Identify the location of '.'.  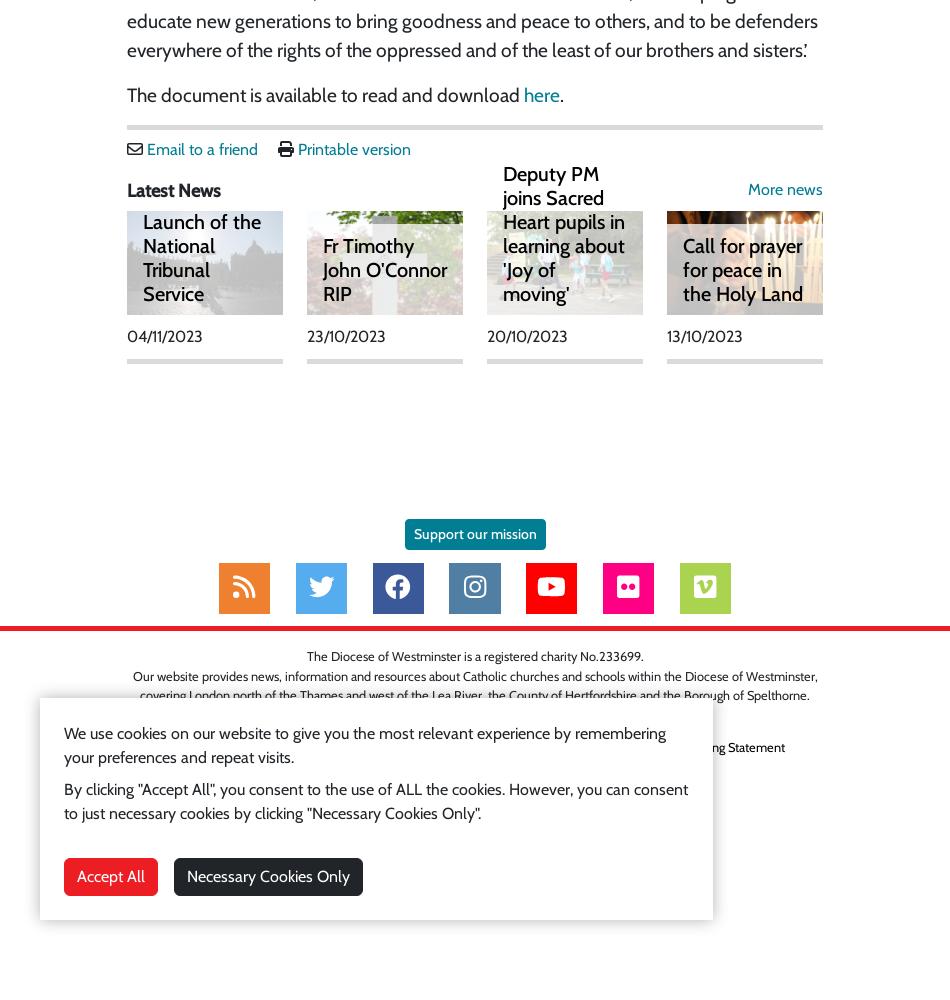
(560, 93).